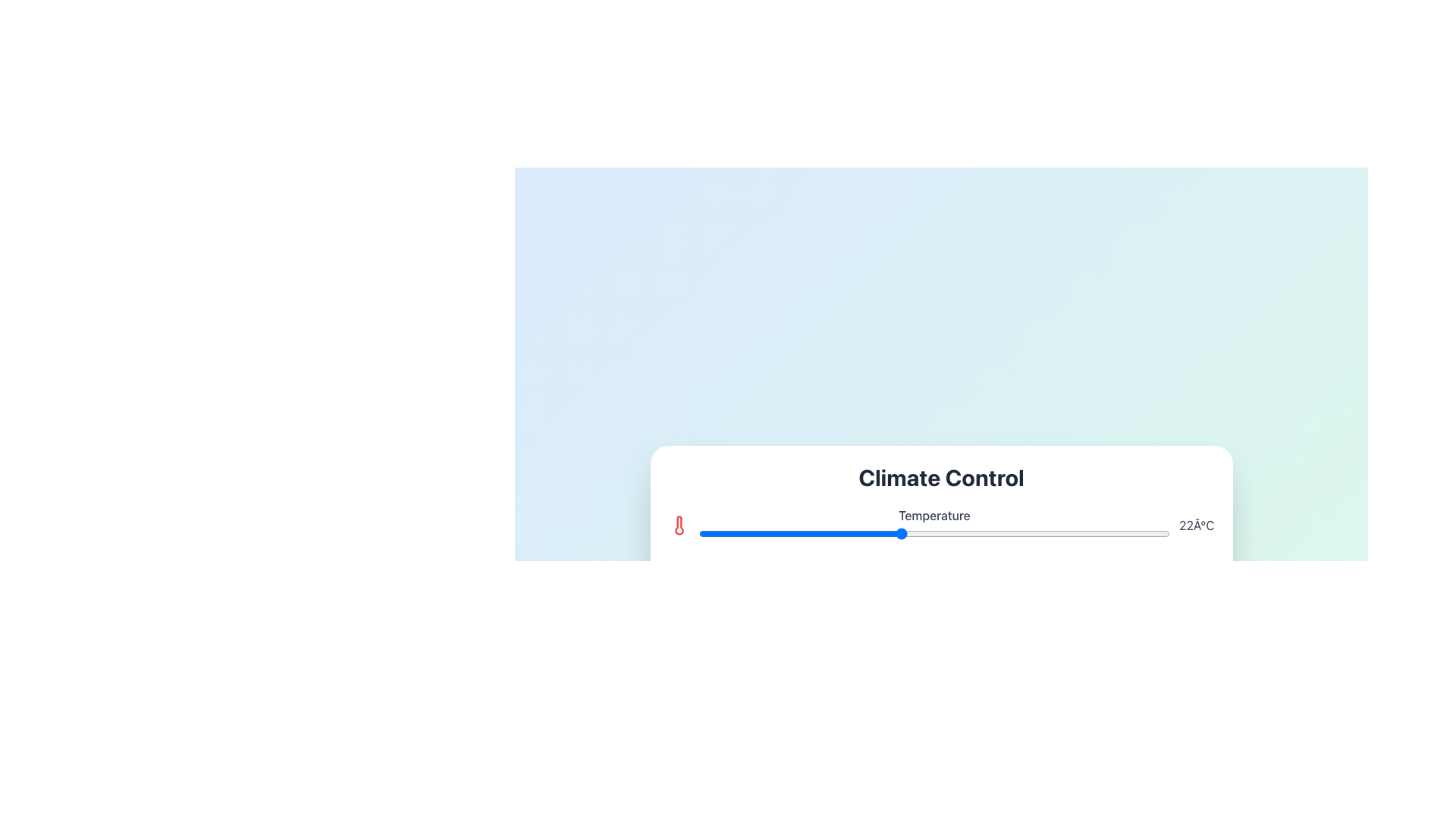 Image resolution: width=1456 pixels, height=819 pixels. I want to click on temperature, so click(1002, 533).